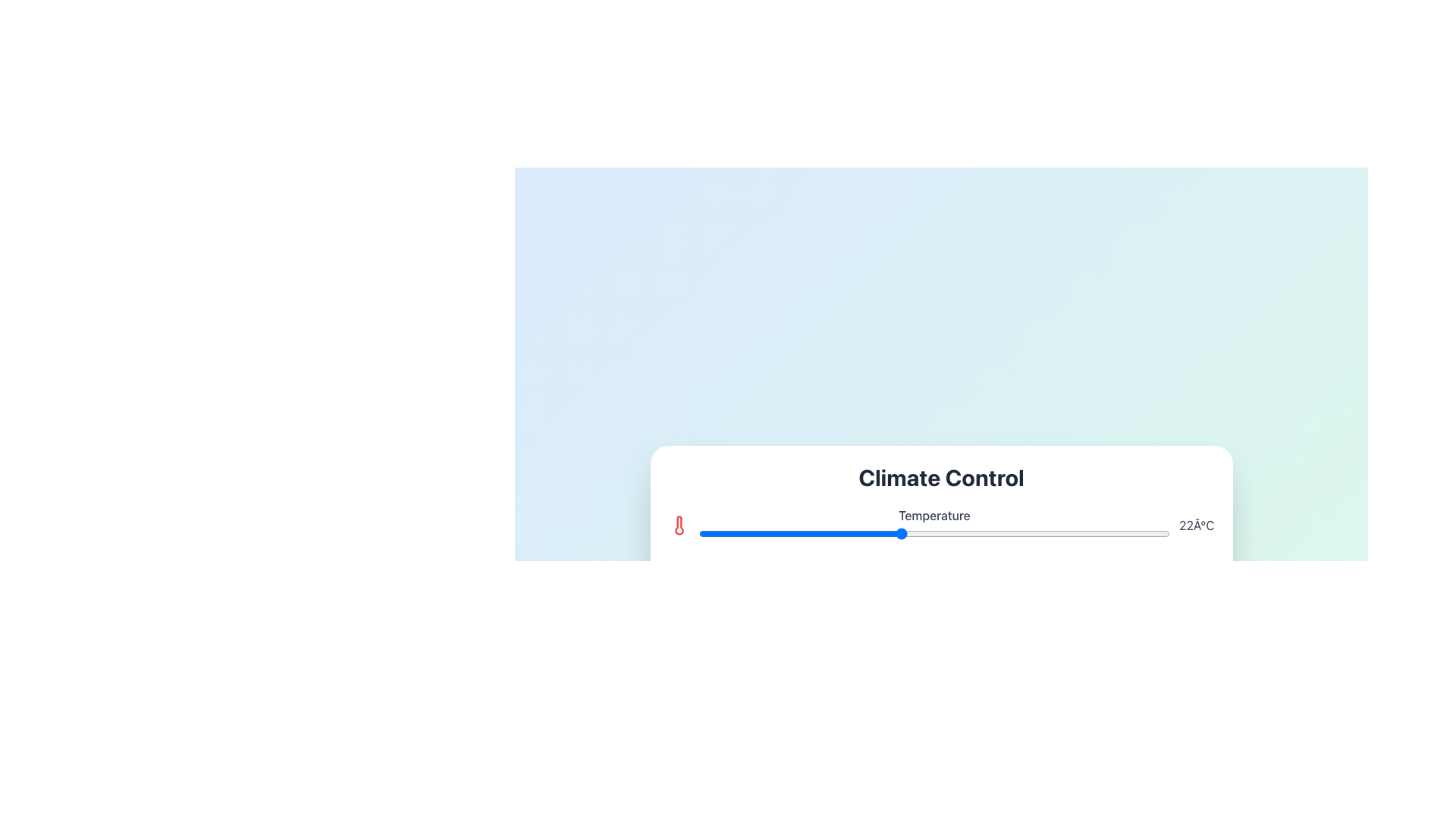 Image resolution: width=1456 pixels, height=819 pixels. I want to click on temperature, so click(1002, 533).